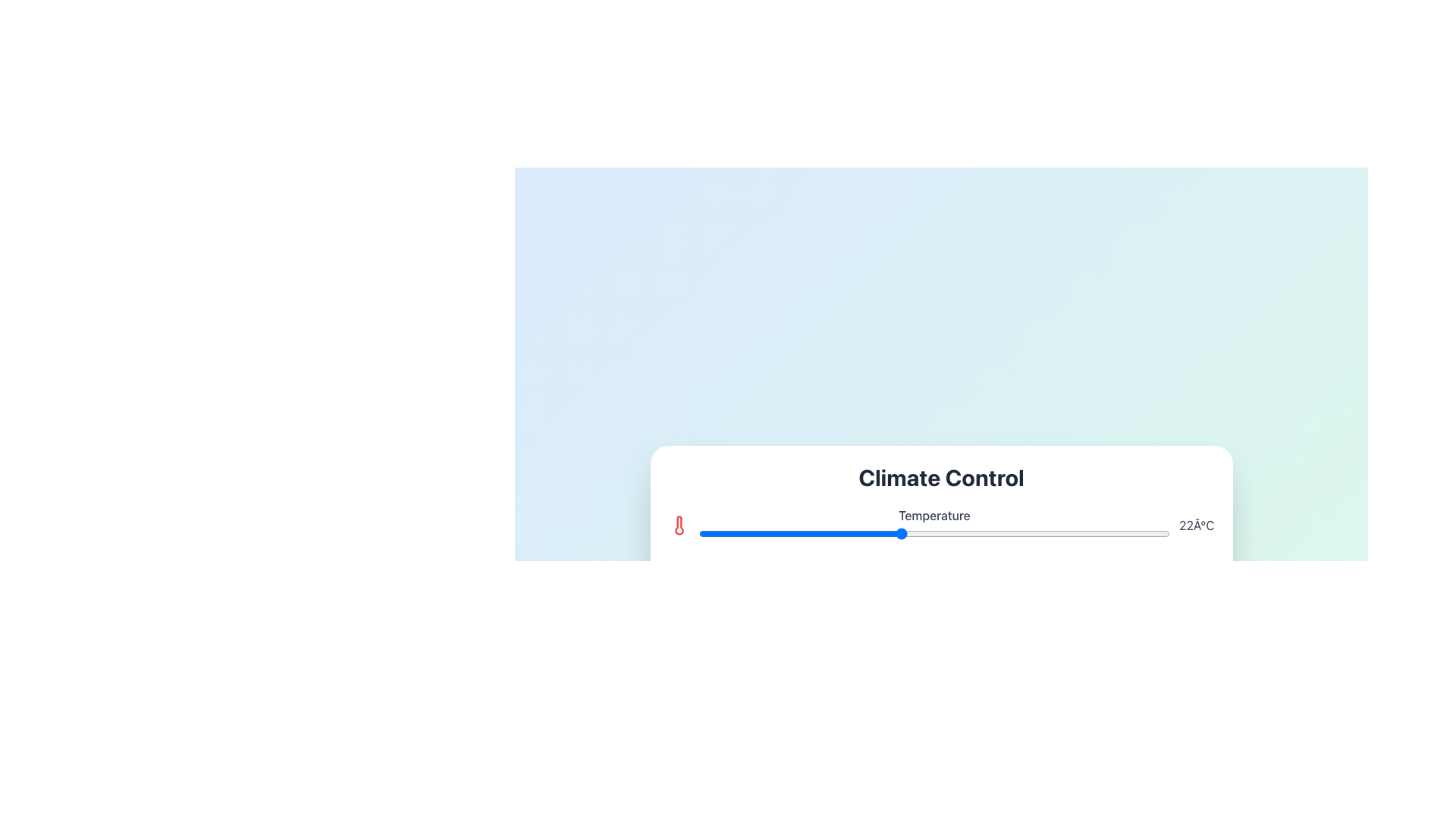 Image resolution: width=1456 pixels, height=819 pixels. I want to click on temperature, so click(1002, 533).